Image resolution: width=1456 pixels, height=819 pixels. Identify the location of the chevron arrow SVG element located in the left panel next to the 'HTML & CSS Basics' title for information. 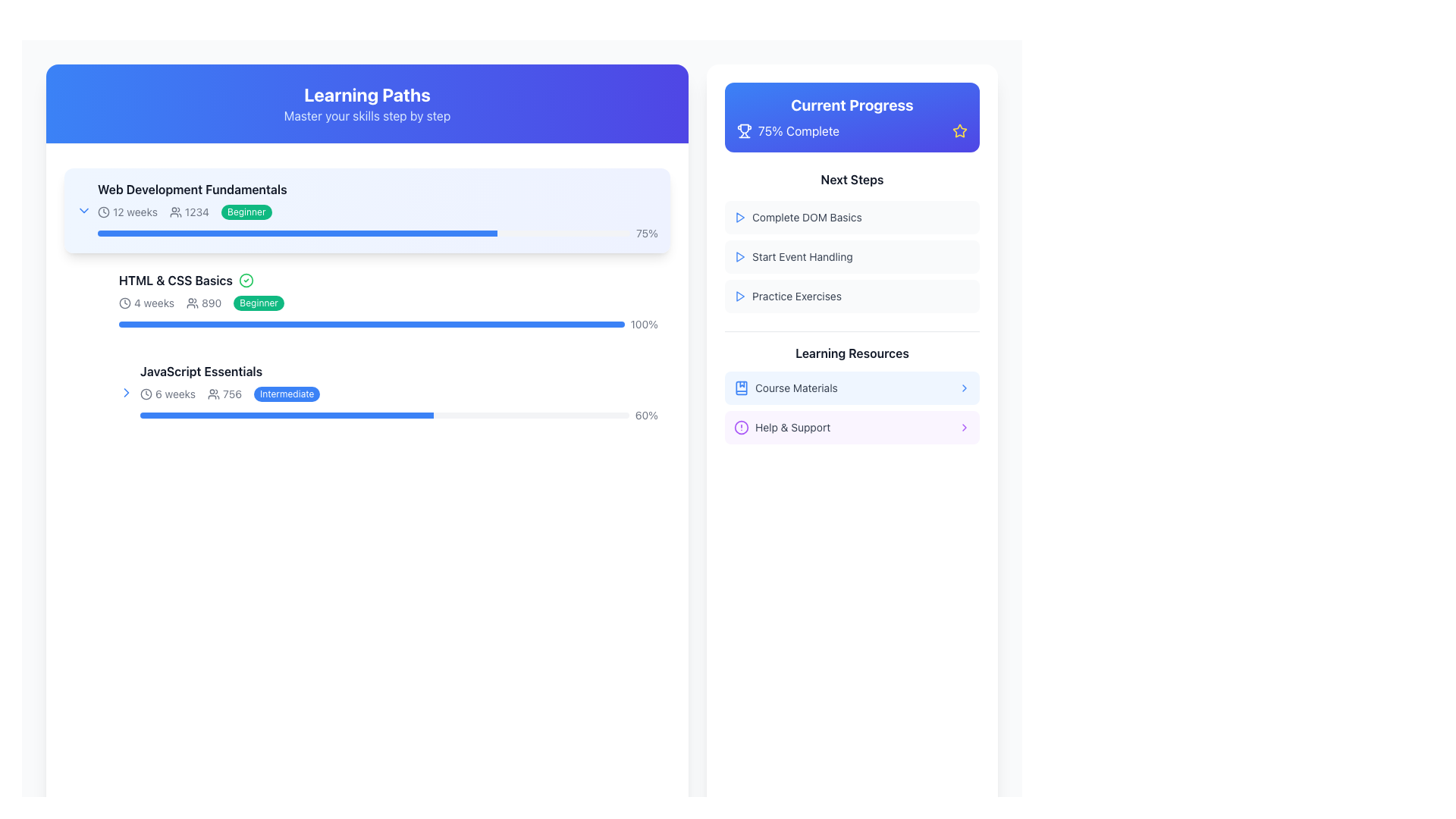
(127, 391).